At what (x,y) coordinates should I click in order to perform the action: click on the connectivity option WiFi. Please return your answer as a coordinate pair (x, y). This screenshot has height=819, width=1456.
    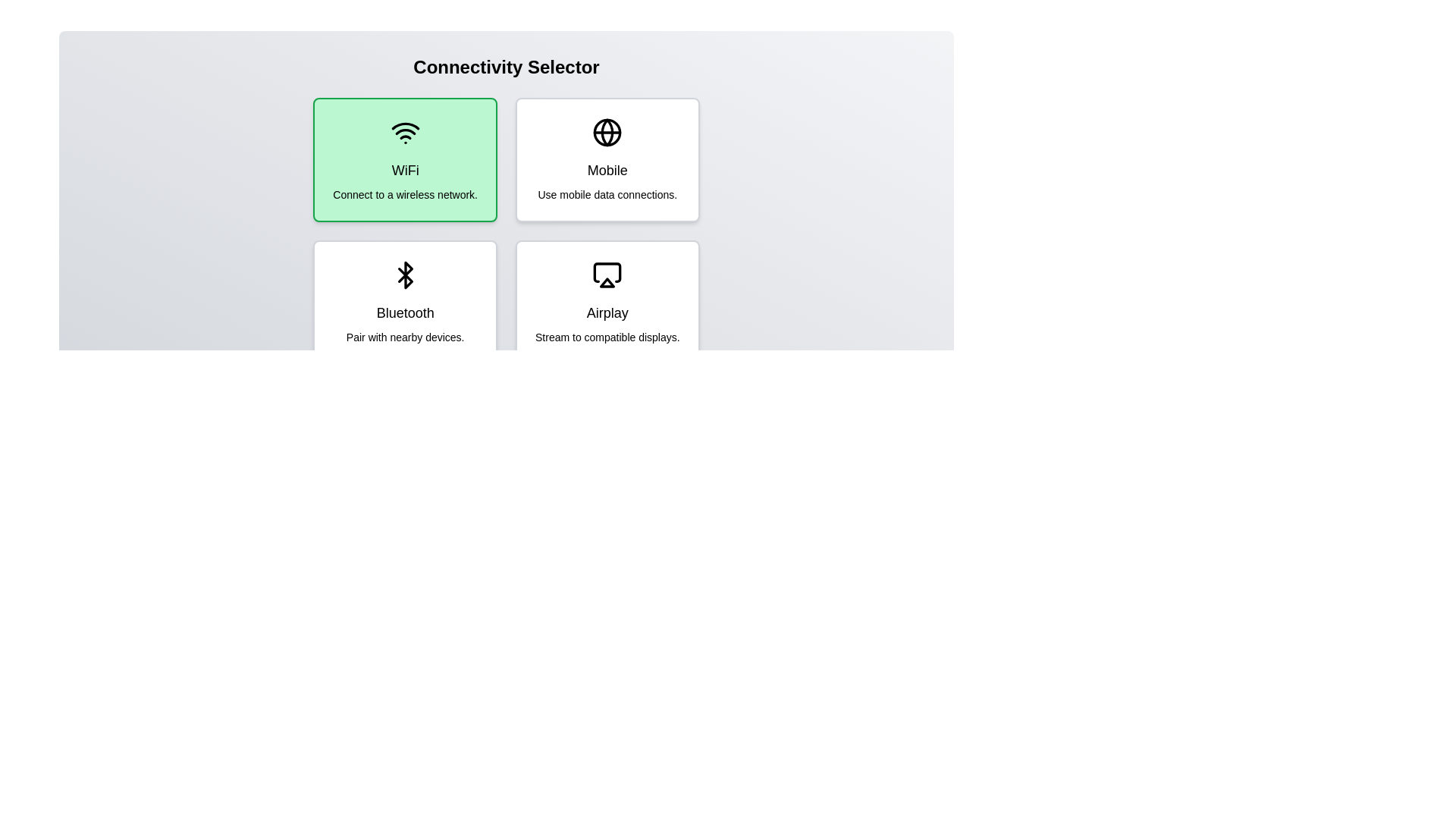
    Looking at the image, I should click on (405, 160).